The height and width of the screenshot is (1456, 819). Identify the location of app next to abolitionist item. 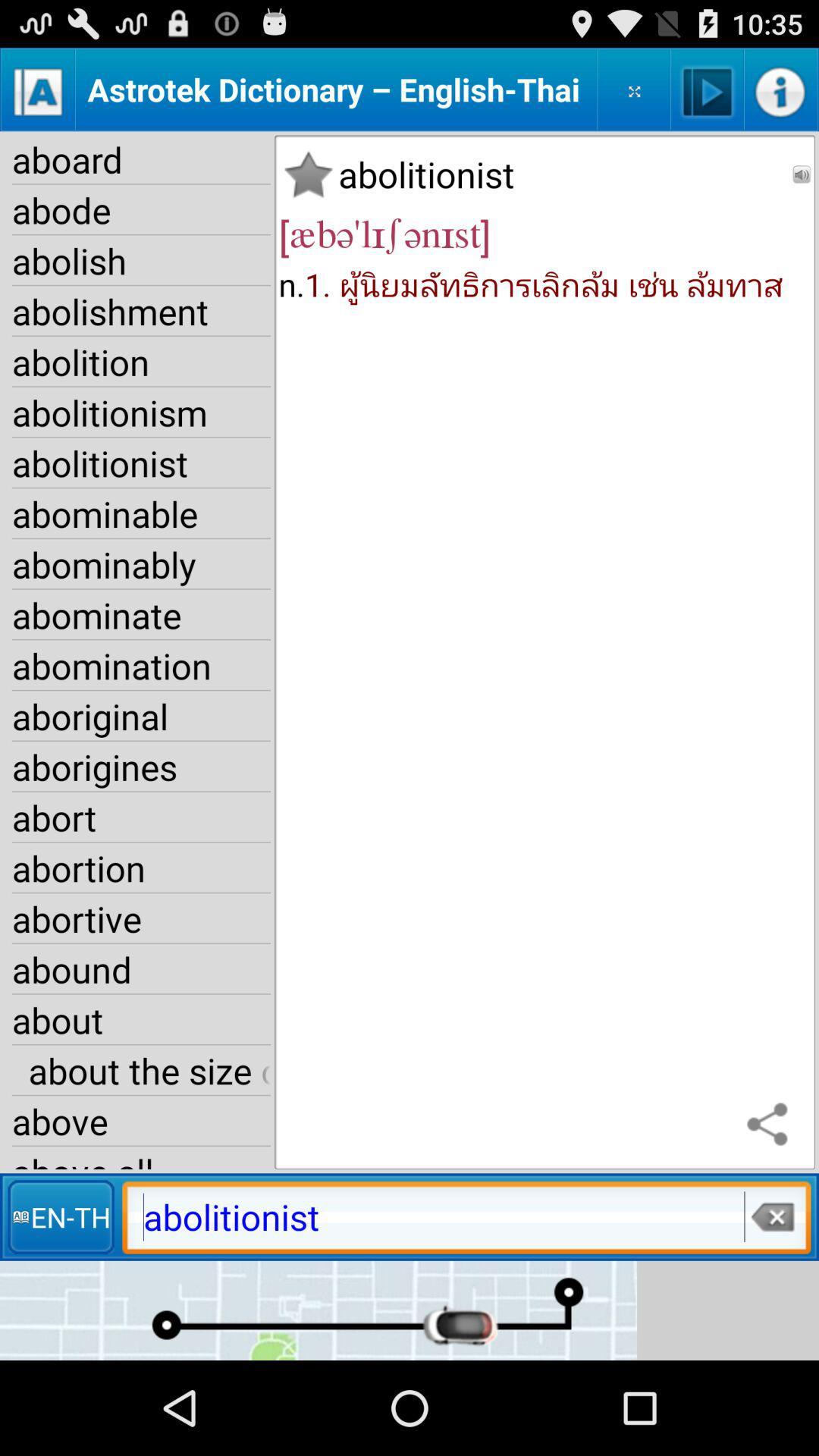
(801, 174).